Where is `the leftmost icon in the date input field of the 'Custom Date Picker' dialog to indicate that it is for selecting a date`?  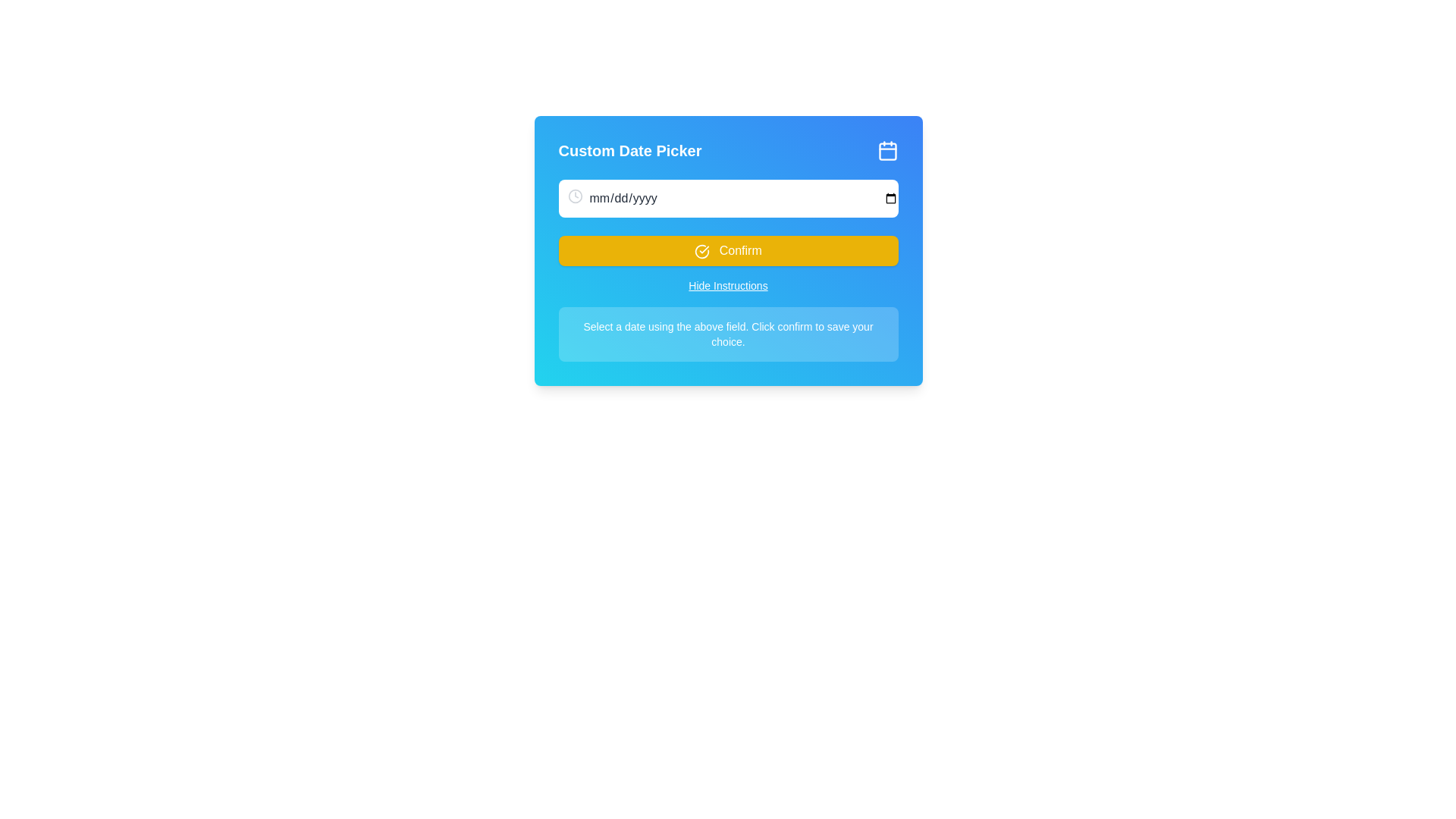
the leftmost icon in the date input field of the 'Custom Date Picker' dialog to indicate that it is for selecting a date is located at coordinates (574, 195).